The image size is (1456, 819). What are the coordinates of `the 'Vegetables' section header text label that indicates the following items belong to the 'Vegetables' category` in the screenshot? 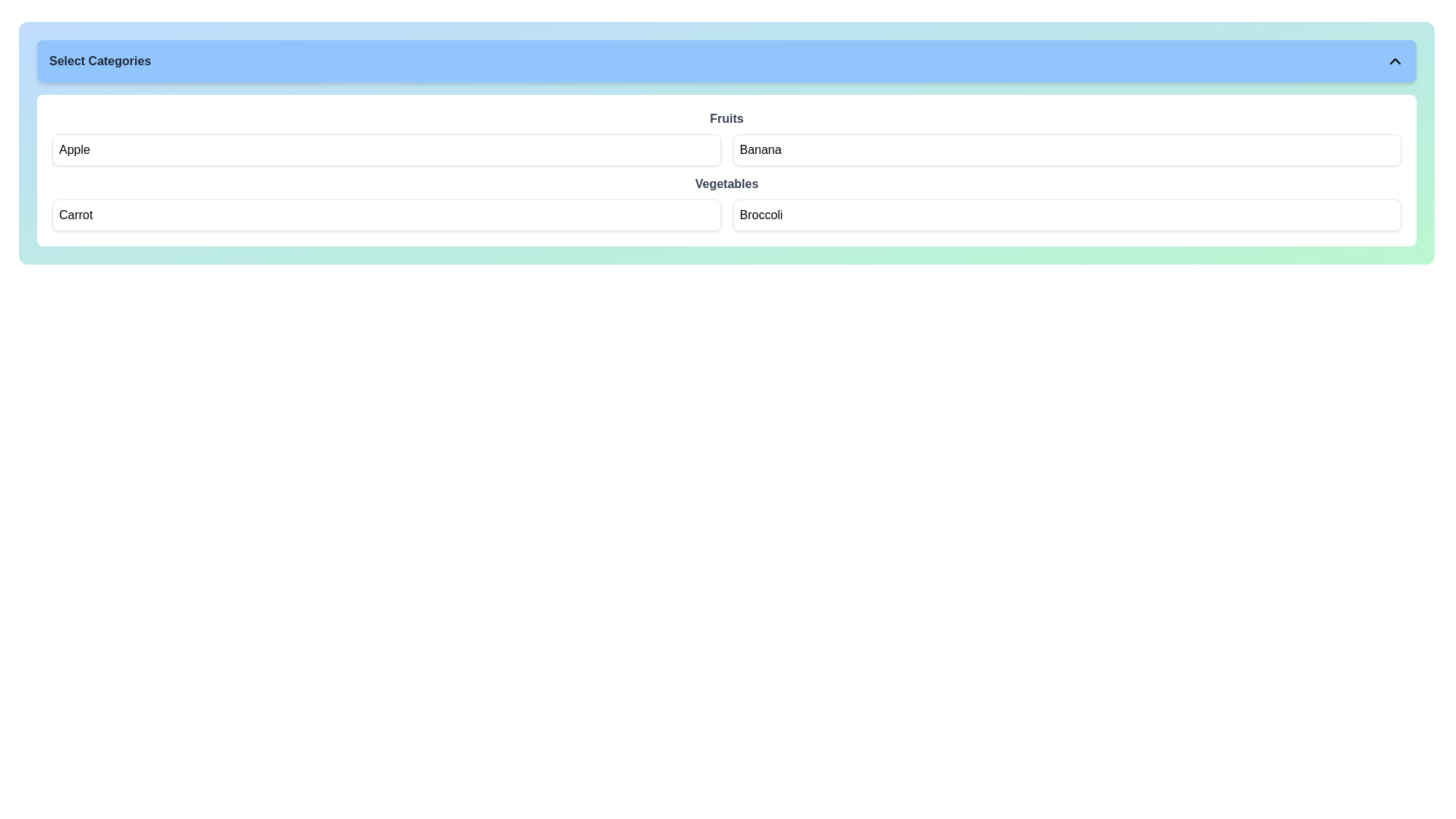 It's located at (726, 184).